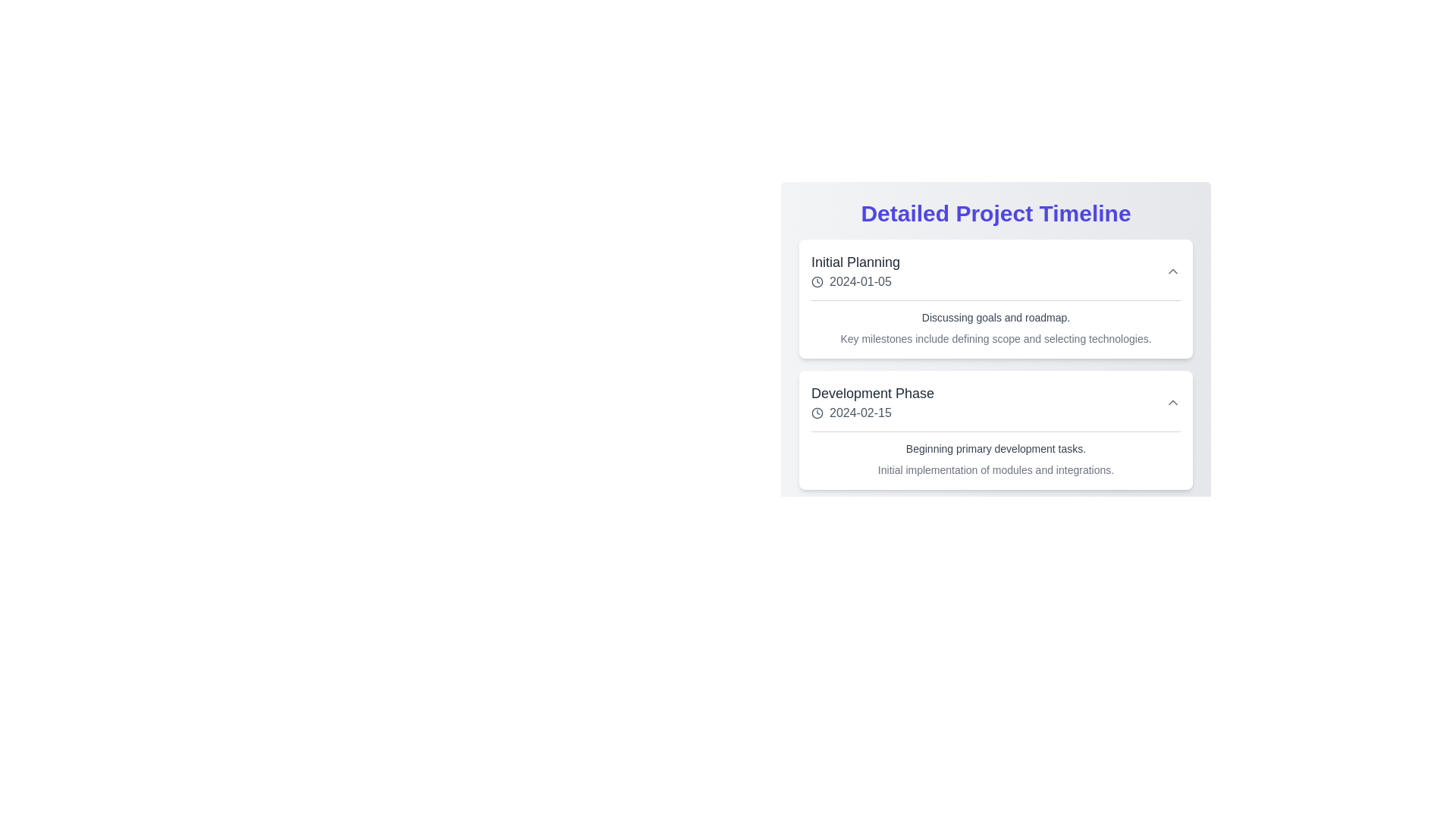 The width and height of the screenshot is (1456, 819). Describe the element at coordinates (996, 317) in the screenshot. I see `the text label containing the phrase 'Discussing goals and roadmap.' which is styled with a small font size, light weight, and gray color, located in the 'Initial Planning' section` at that location.